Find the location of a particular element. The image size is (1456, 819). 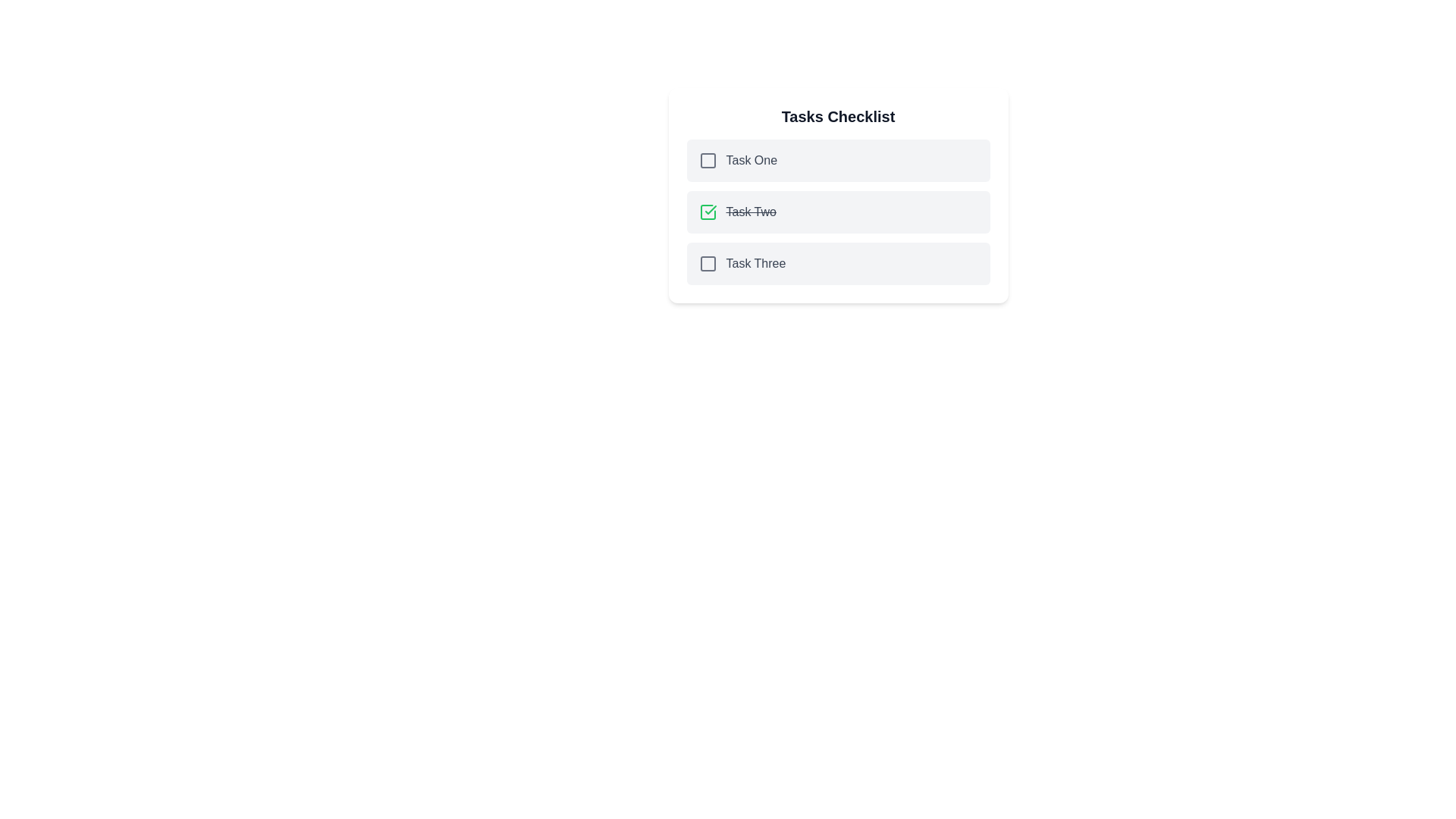

the checkbox indicating the state of 'Task One' in the checklist is located at coordinates (707, 161).